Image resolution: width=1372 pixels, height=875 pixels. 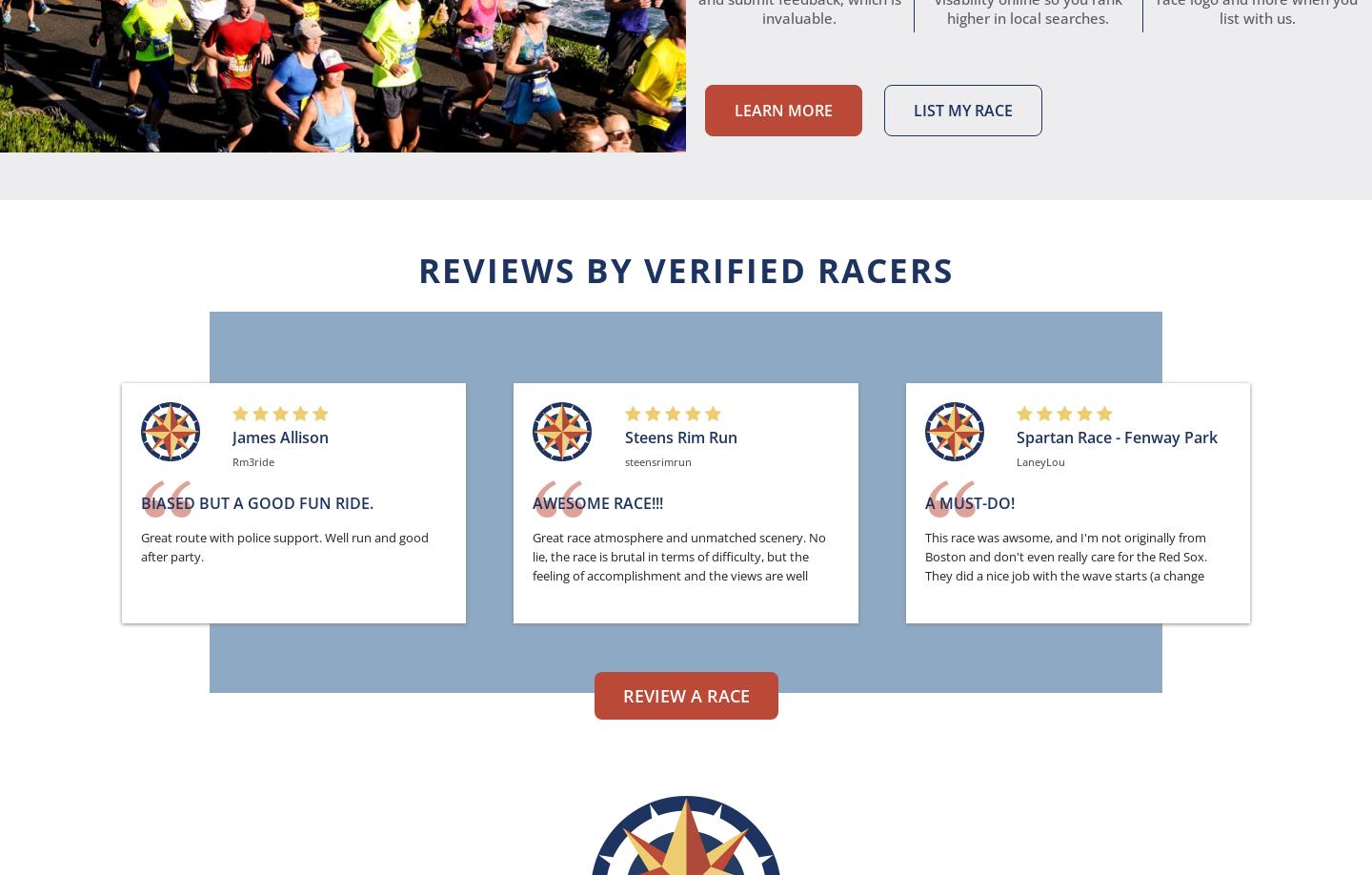 What do you see at coordinates (962, 110) in the screenshot?
I see `'LIST MY RACE'` at bounding box center [962, 110].